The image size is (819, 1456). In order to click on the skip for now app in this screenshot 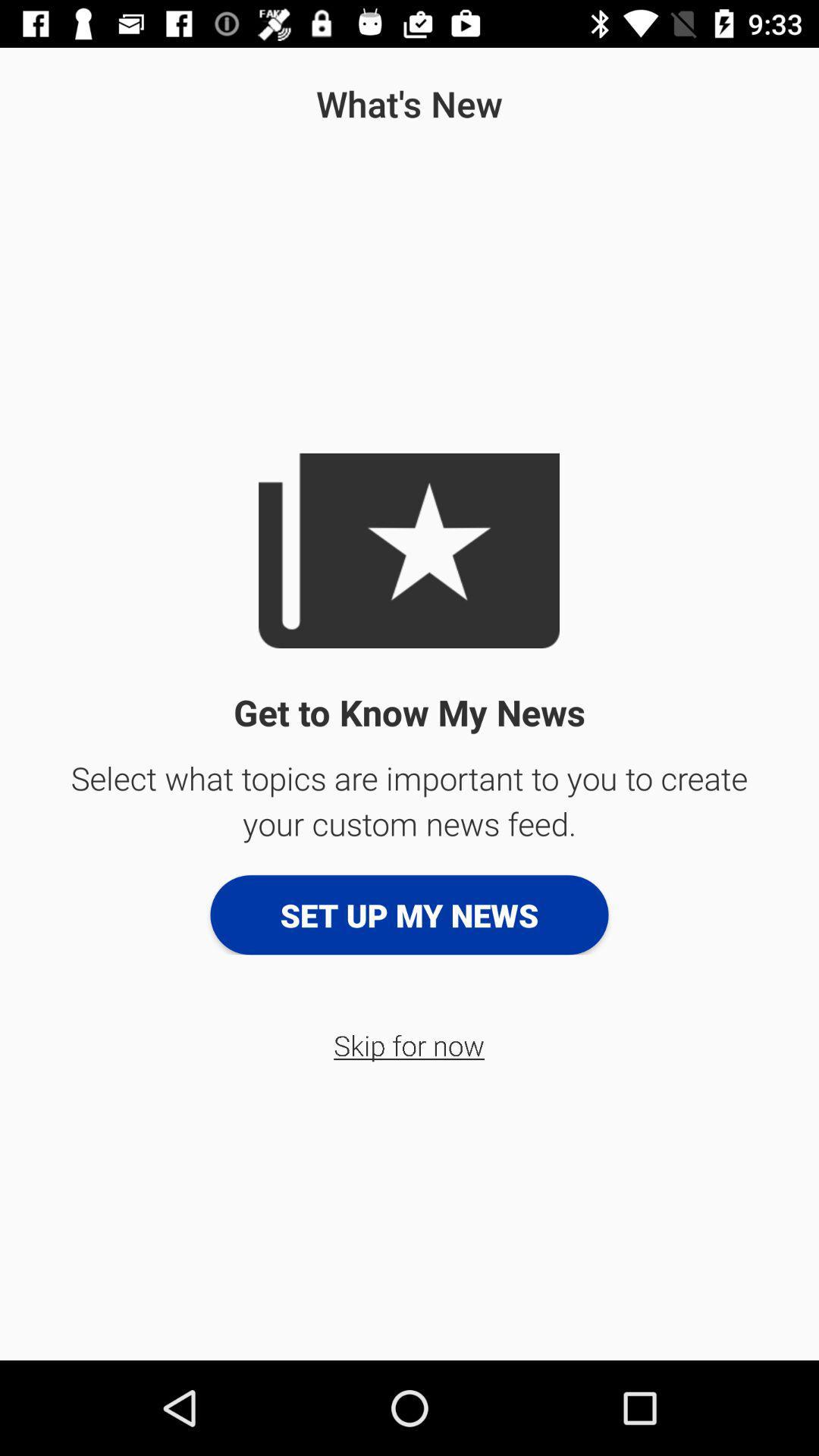, I will do `click(408, 1044)`.